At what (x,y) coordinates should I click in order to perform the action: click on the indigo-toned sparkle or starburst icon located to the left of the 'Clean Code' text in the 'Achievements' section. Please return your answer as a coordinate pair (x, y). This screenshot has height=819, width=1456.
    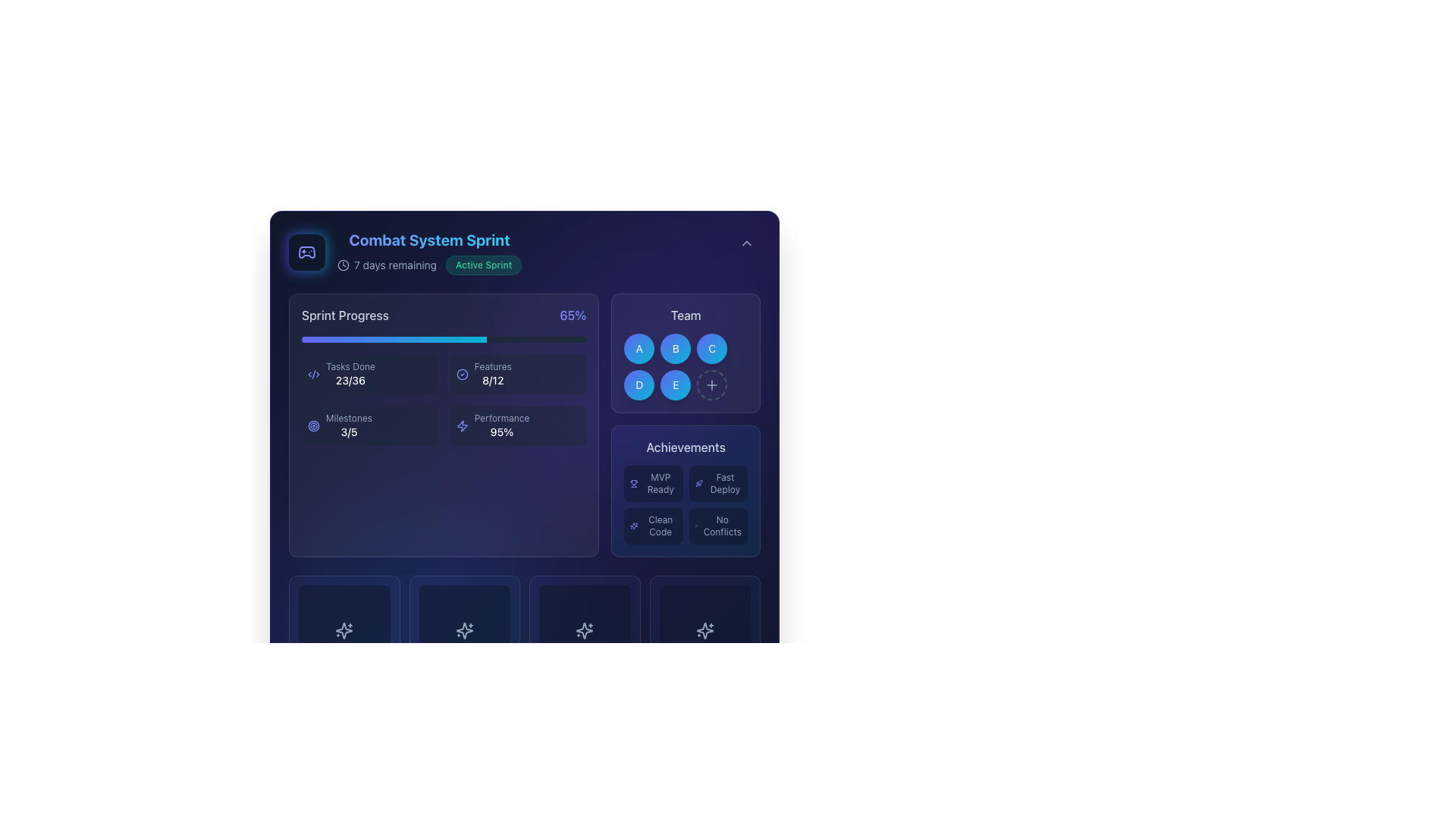
    Looking at the image, I should click on (634, 526).